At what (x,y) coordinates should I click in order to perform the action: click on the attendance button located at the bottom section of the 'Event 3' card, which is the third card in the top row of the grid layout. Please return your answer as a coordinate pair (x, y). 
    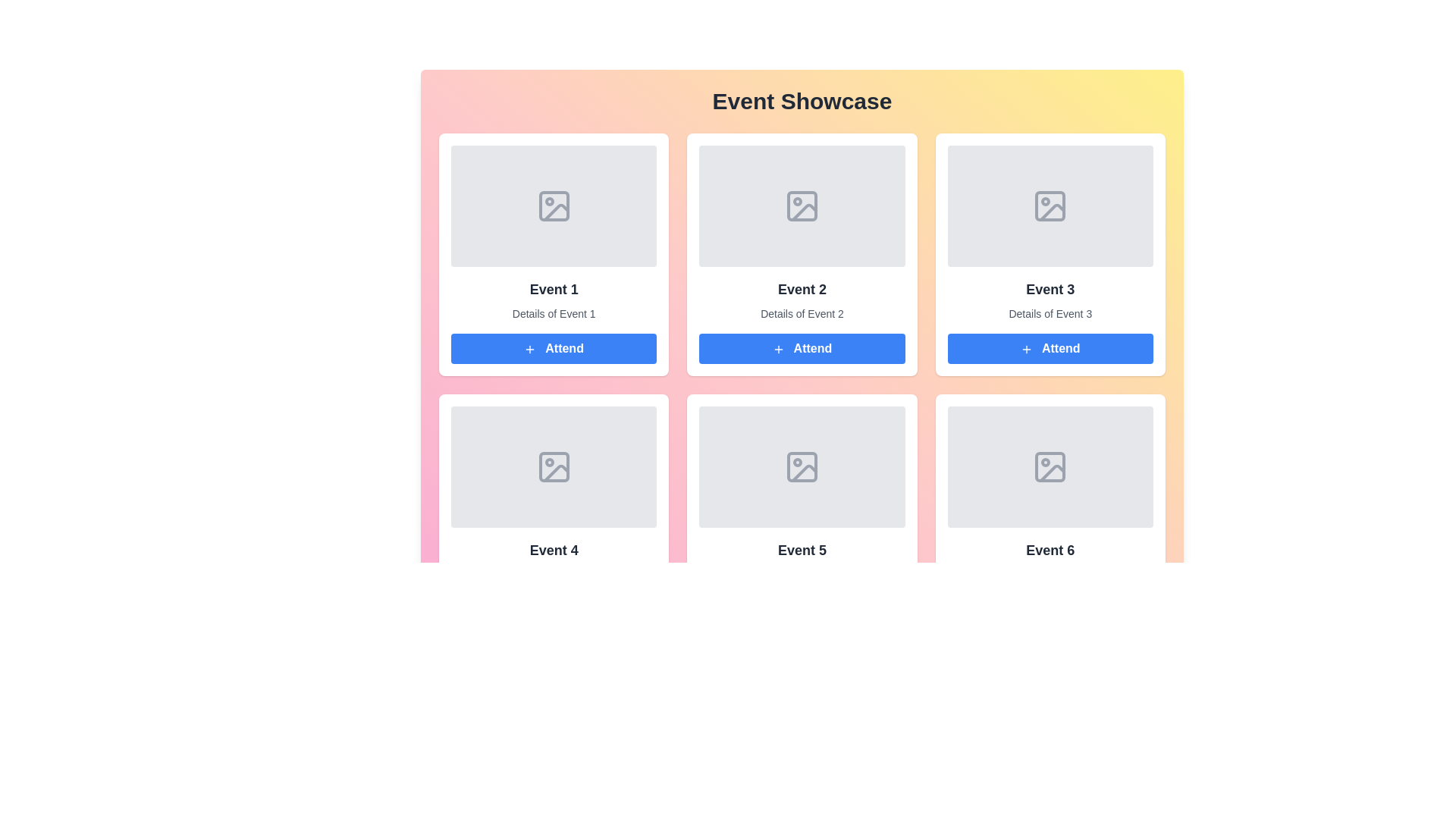
    Looking at the image, I should click on (1050, 348).